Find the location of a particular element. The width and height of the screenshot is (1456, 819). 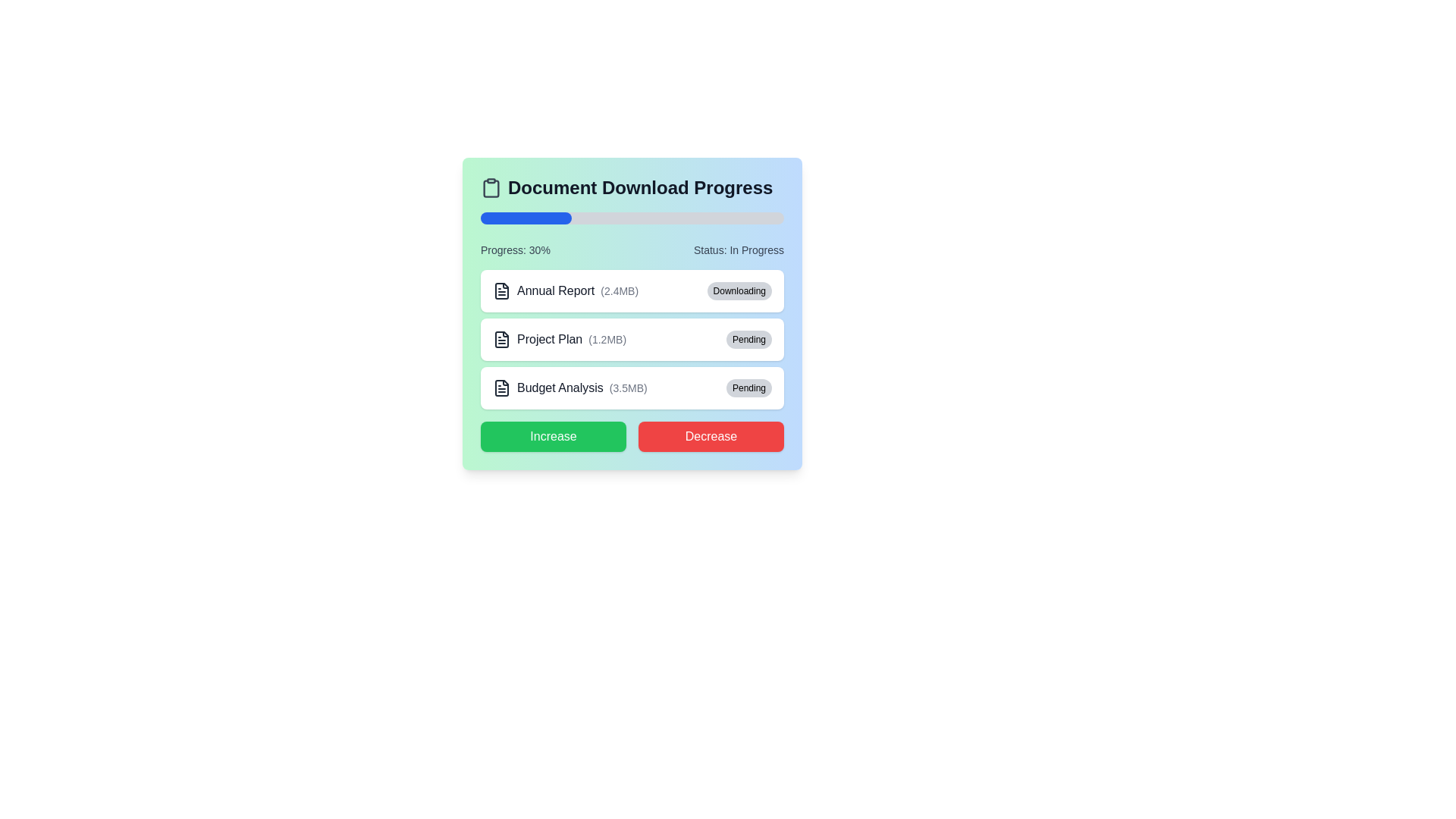

the decorative shape within the clipboard icon, which is located at the top-left corner of the interface, adjacent to the title 'Document Download Progress' is located at coordinates (491, 188).